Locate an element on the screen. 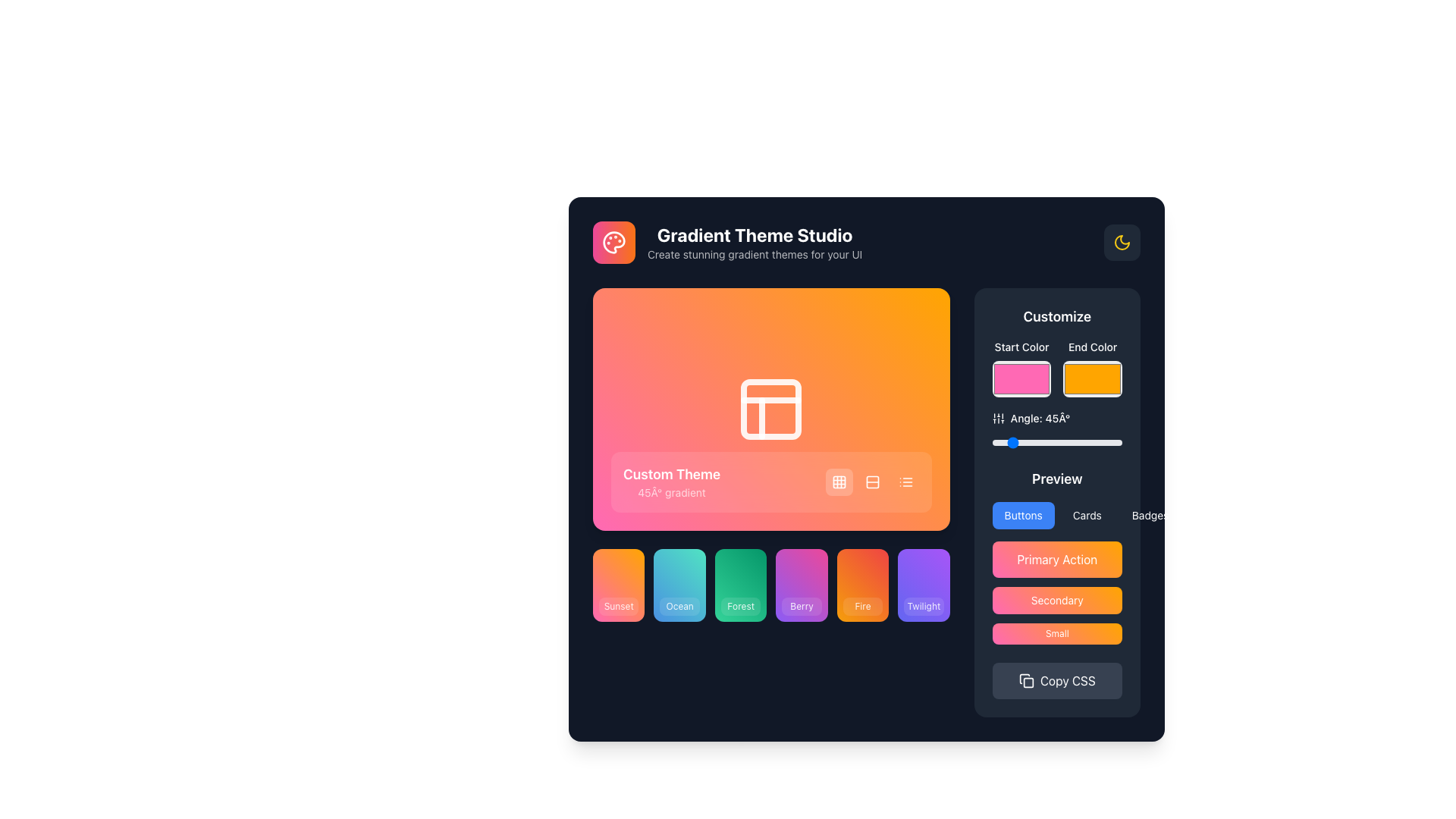 Image resolution: width=1456 pixels, height=819 pixels. the Header text section titled 'Gradient Theme Studio' for additional tooltips is located at coordinates (726, 242).